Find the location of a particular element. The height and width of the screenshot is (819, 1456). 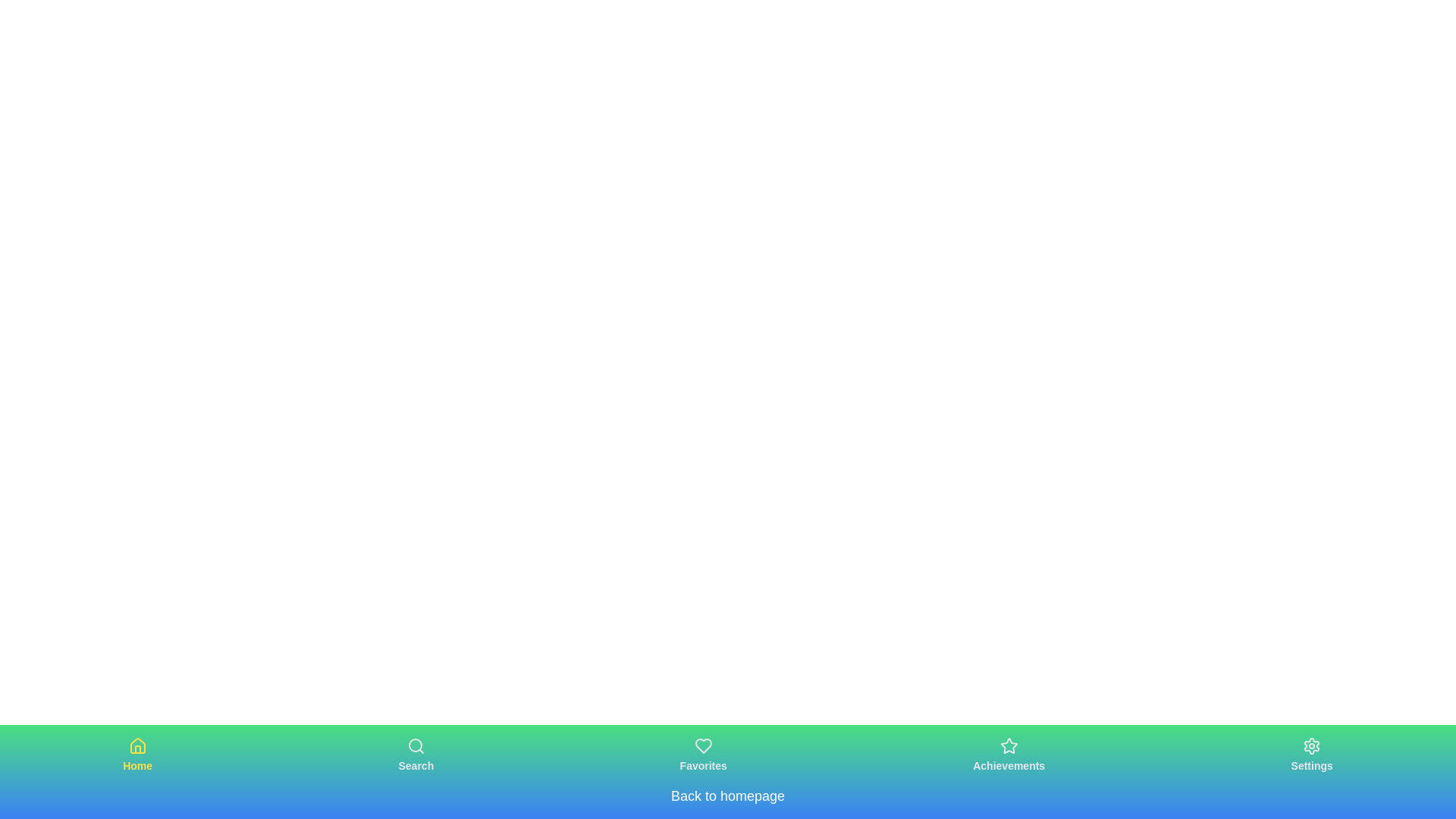

the tab labeled Home is located at coordinates (137, 755).